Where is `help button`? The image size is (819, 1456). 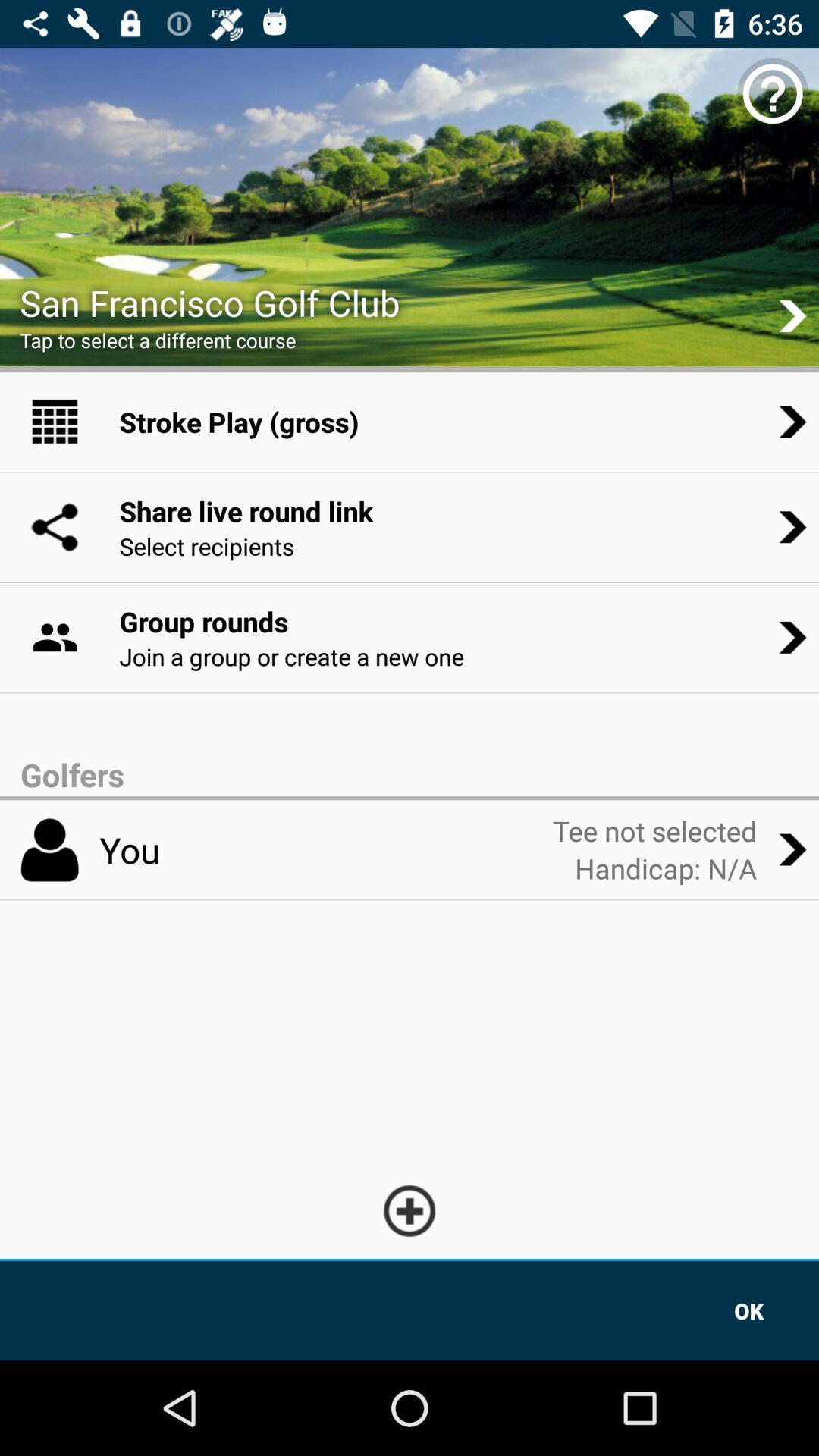 help button is located at coordinates (773, 93).